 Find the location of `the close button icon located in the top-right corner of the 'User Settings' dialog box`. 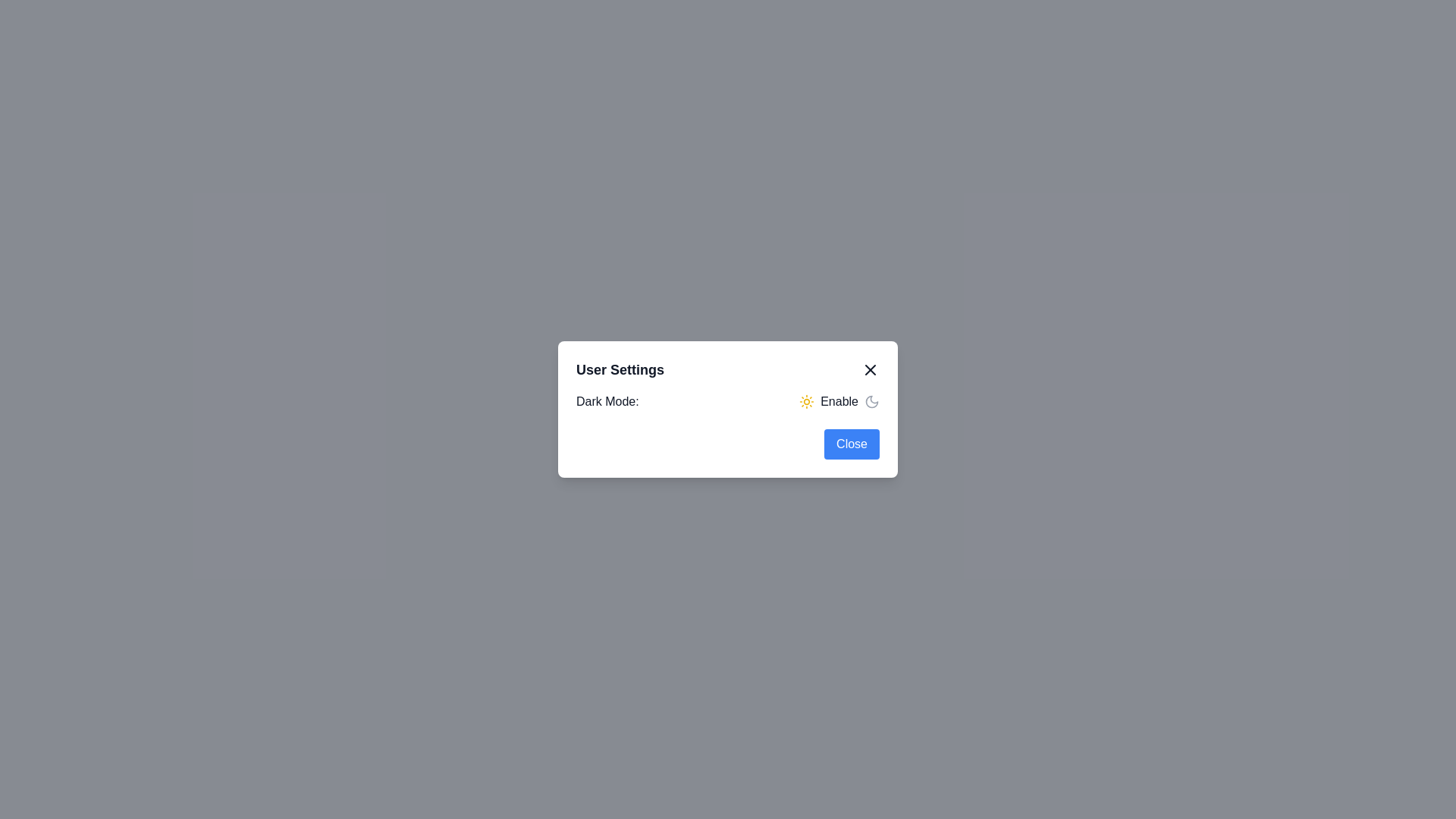

the close button icon located in the top-right corner of the 'User Settings' dialog box is located at coordinates (870, 370).